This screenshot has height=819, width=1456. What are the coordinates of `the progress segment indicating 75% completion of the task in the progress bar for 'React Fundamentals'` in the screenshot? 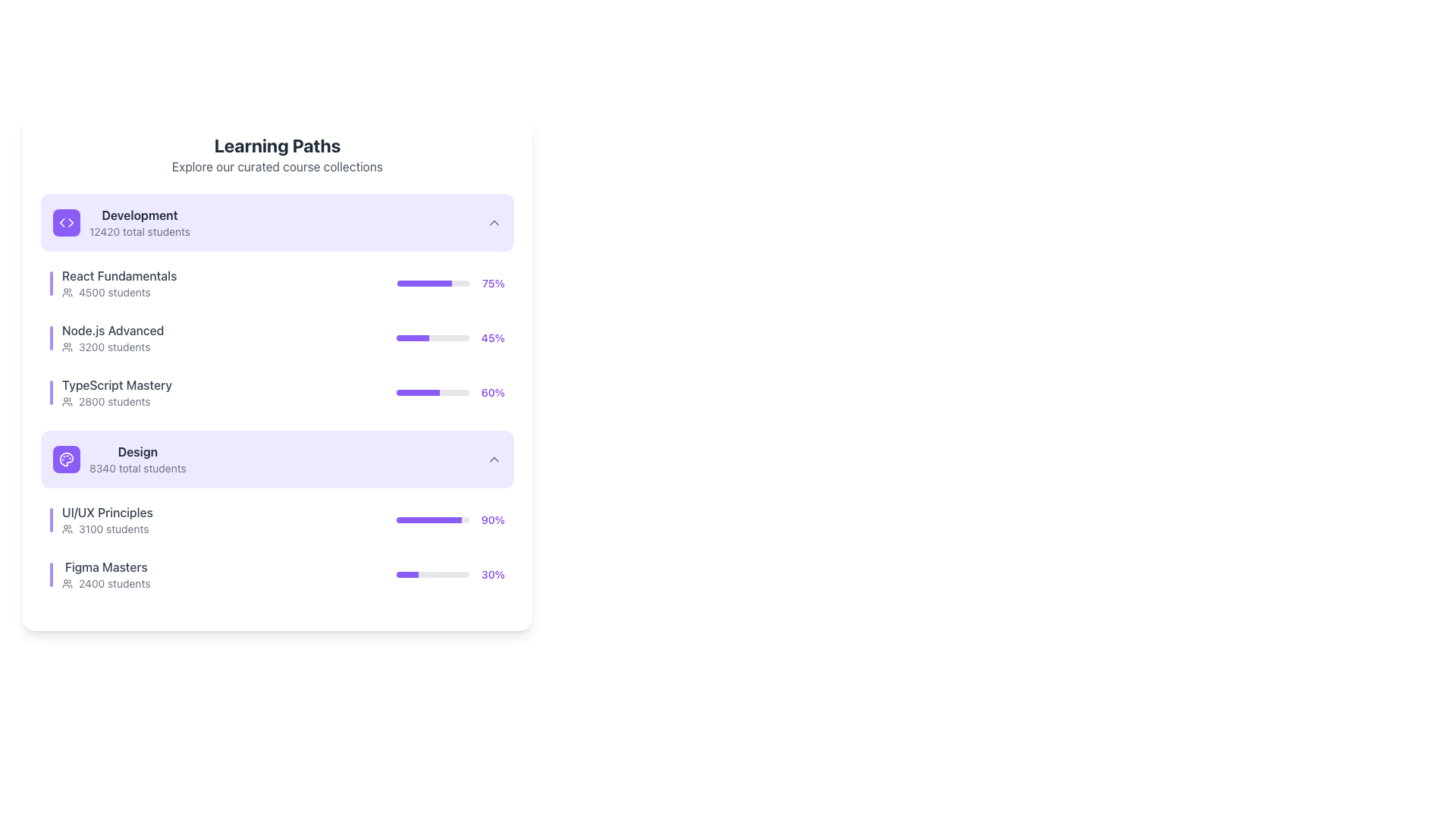 It's located at (425, 284).